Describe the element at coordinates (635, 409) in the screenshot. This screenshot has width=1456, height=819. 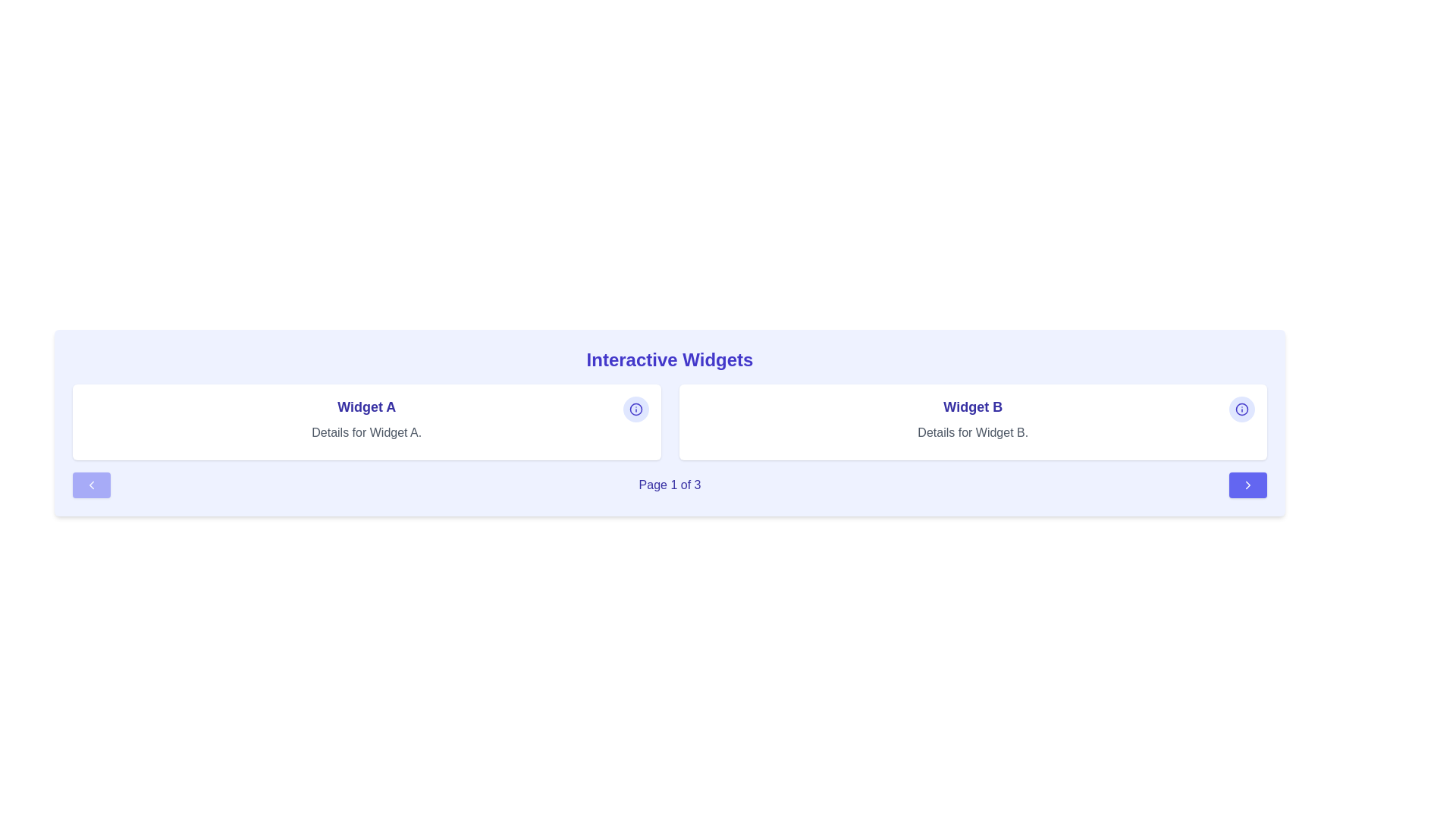
I see `the interactive informational button, which is a circular icon with a blue outline and an 'i' symbol, located in the top-right corner of 'Widget A'` at that location.